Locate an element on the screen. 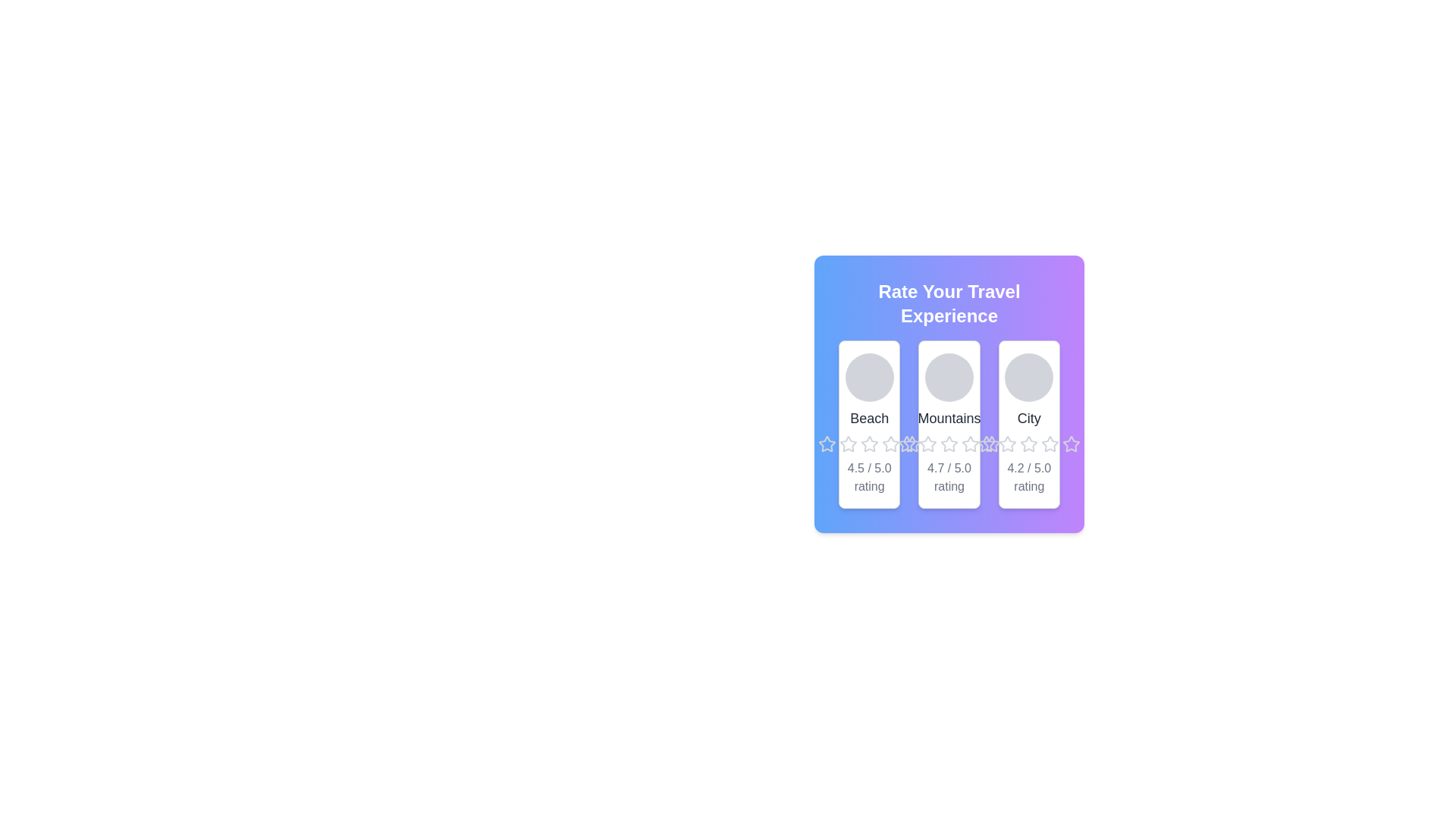 Image resolution: width=1456 pixels, height=819 pixels. the leftmost star icon in the 5-star rating system under the 'Beach' rating card to interact and assign a rating is located at coordinates (825, 444).